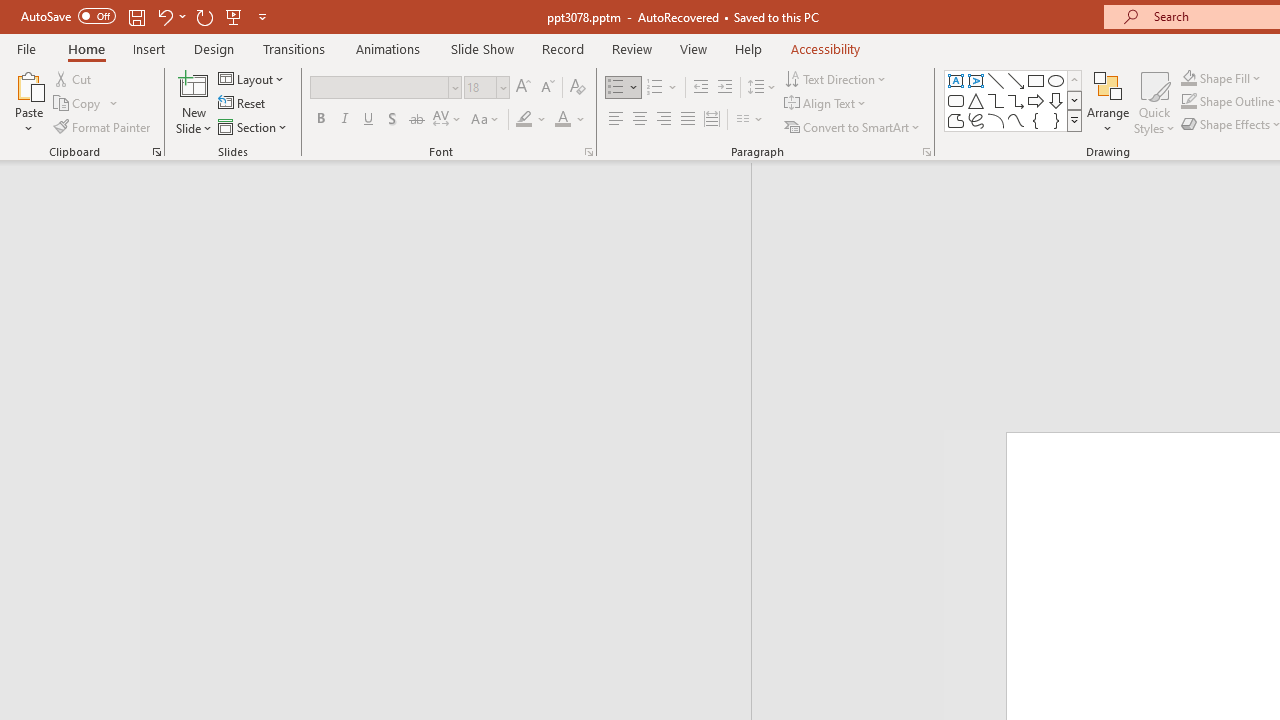  I want to click on 'Oval', so click(1055, 80).